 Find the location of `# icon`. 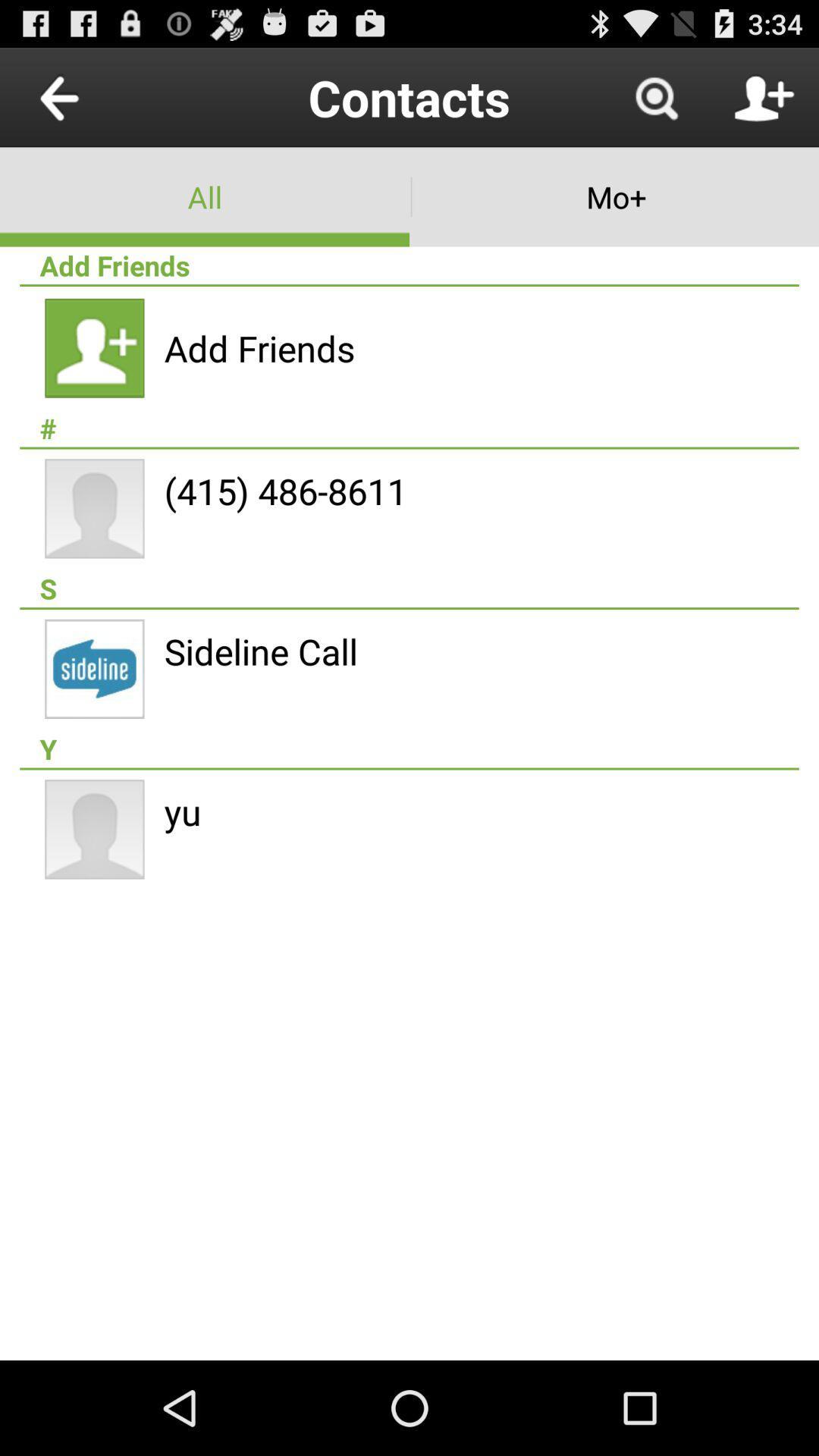

# icon is located at coordinates (409, 427).